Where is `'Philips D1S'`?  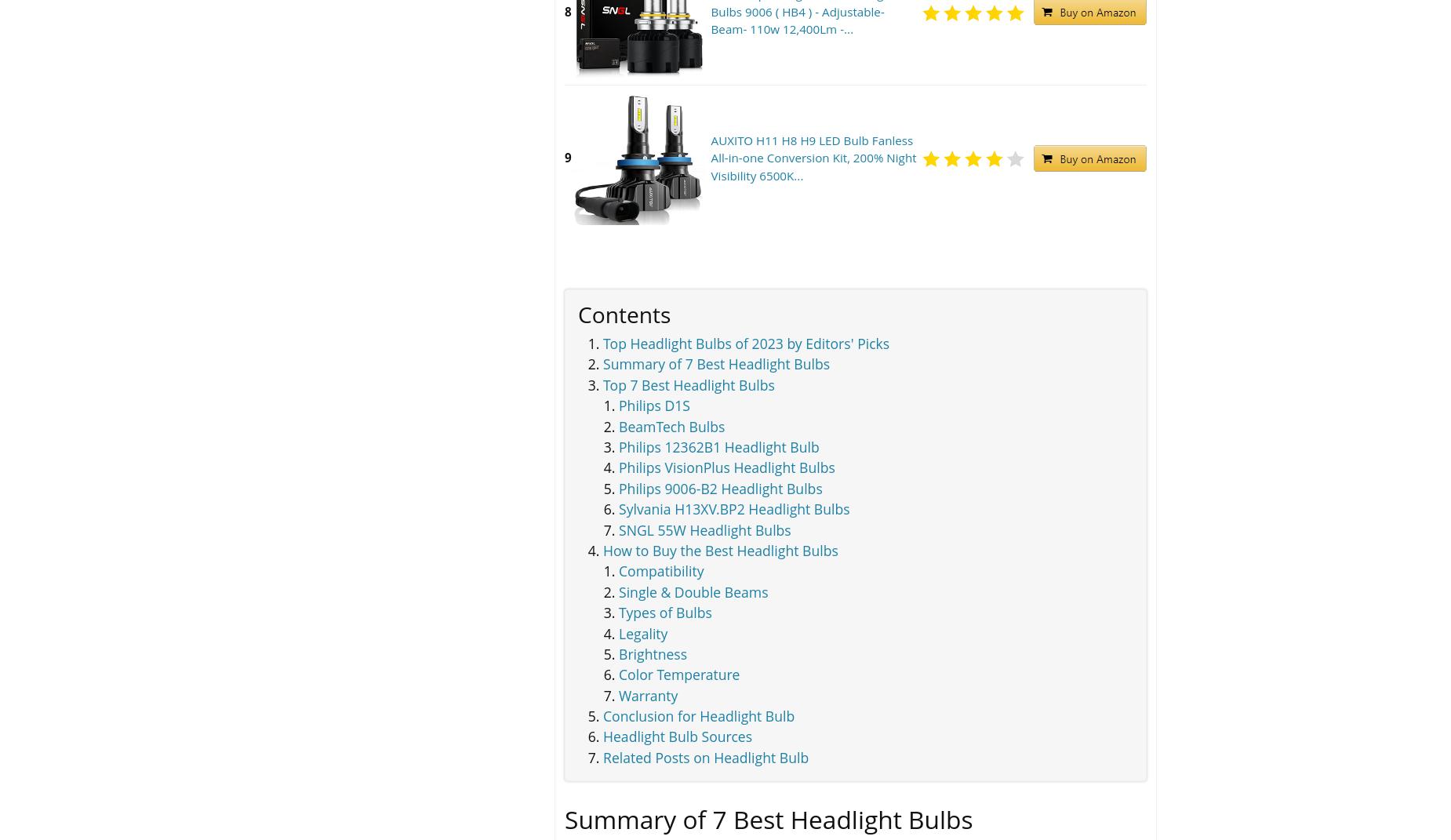 'Philips D1S' is located at coordinates (654, 404).